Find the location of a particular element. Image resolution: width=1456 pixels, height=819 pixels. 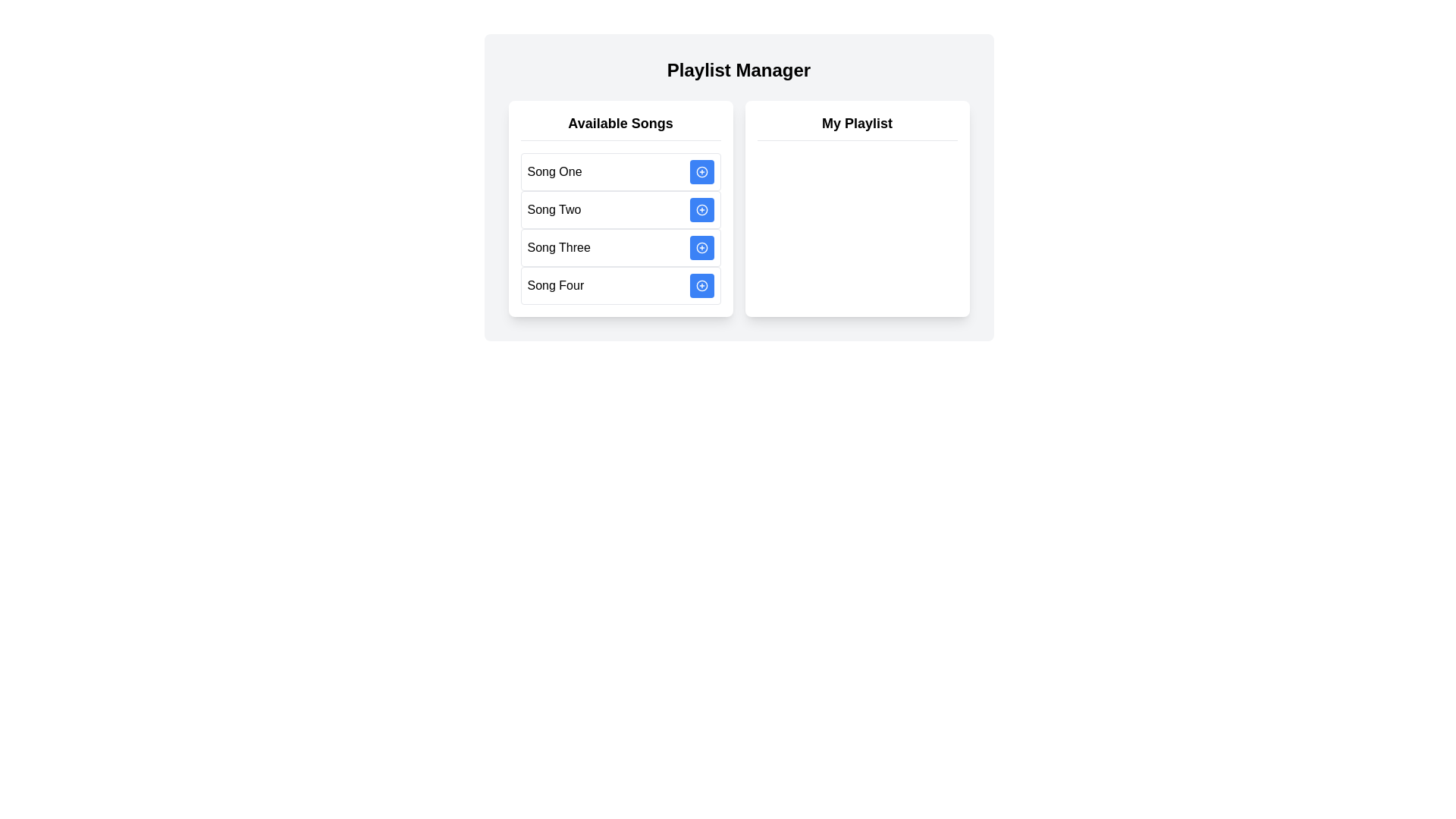

the 'Available Songs' section to analyze its contents is located at coordinates (620, 209).